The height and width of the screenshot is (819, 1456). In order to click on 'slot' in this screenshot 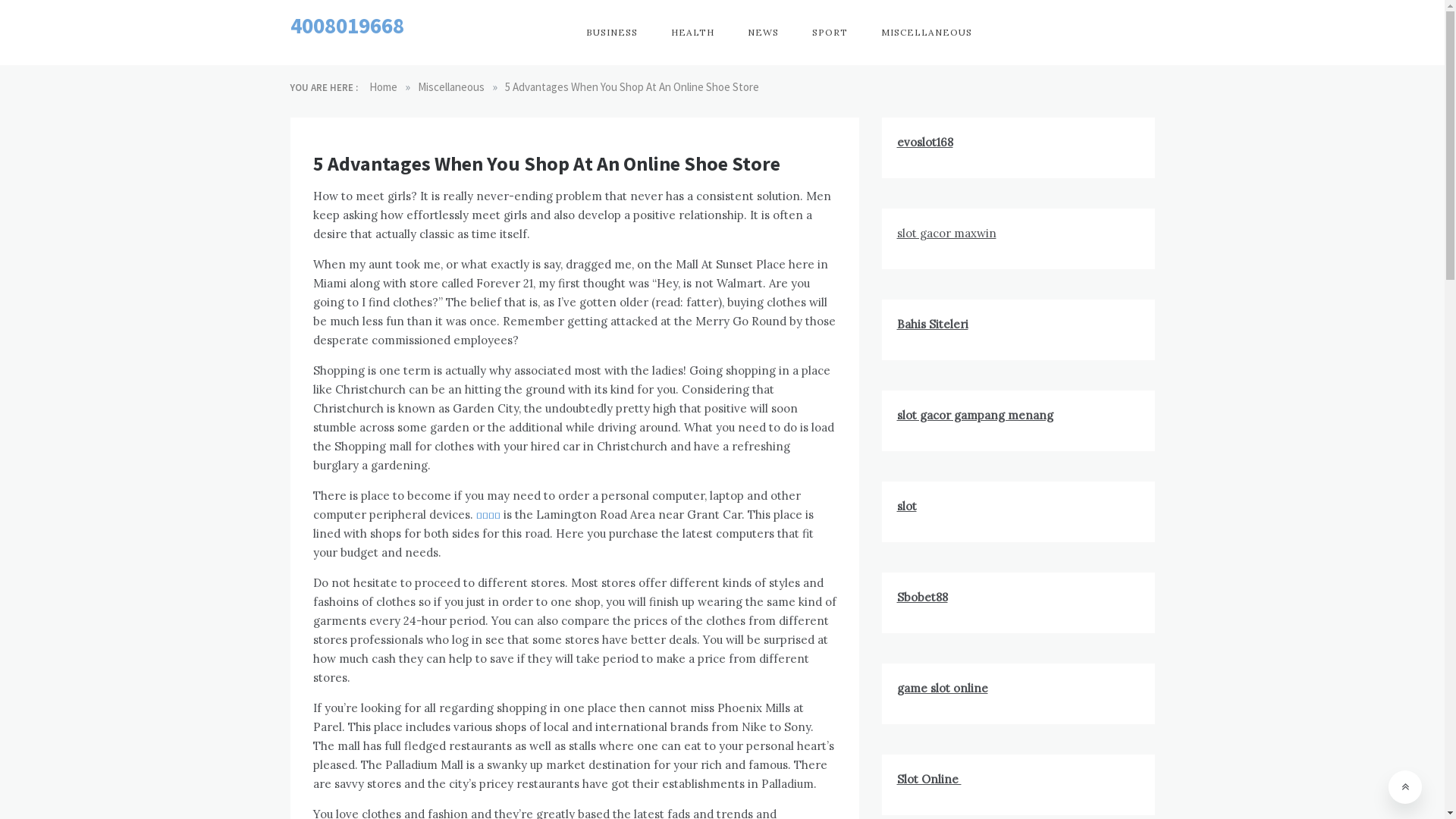, I will do `click(896, 506)`.